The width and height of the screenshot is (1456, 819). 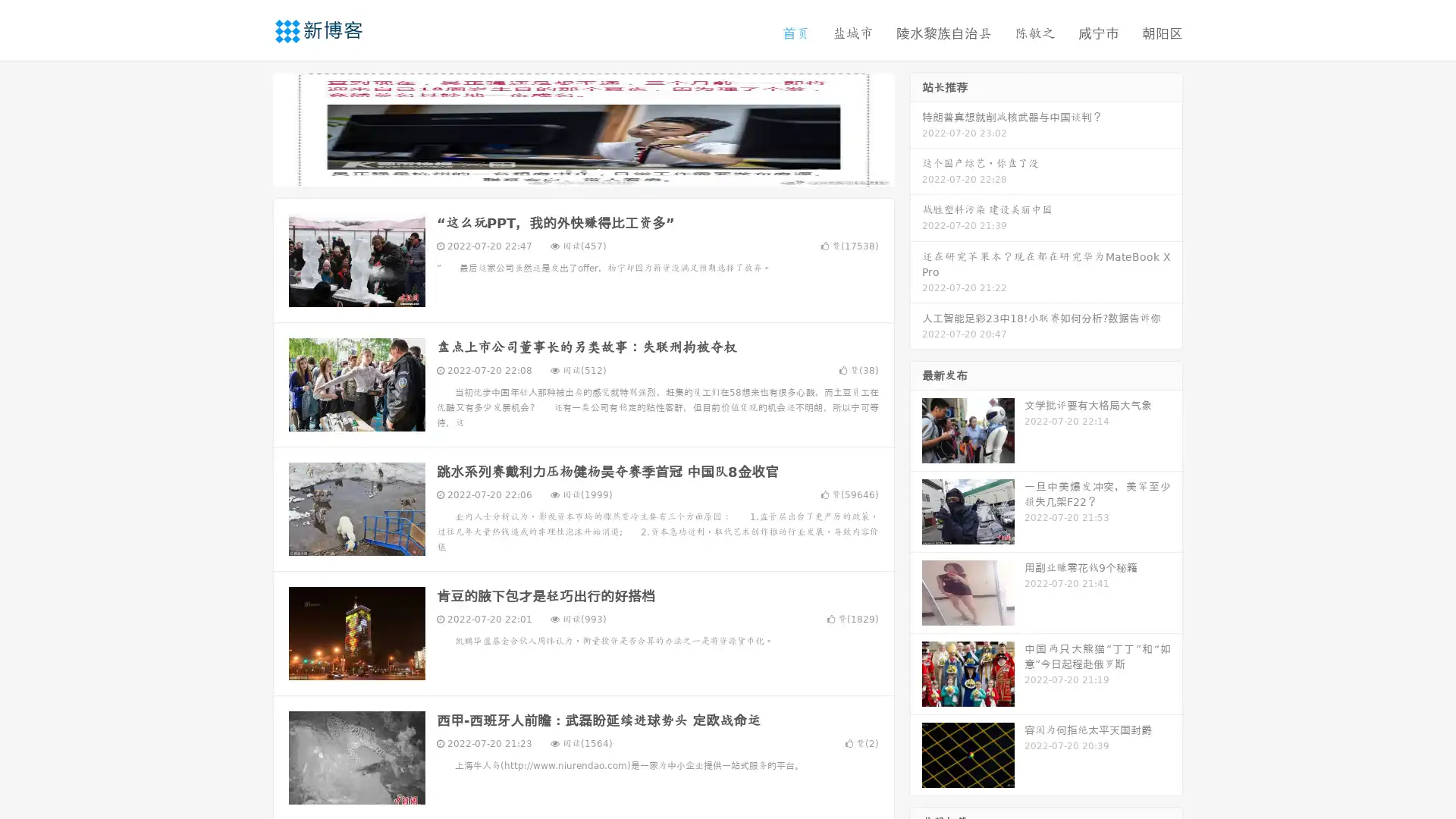 What do you see at coordinates (598, 171) in the screenshot?
I see `Go to slide 3` at bounding box center [598, 171].